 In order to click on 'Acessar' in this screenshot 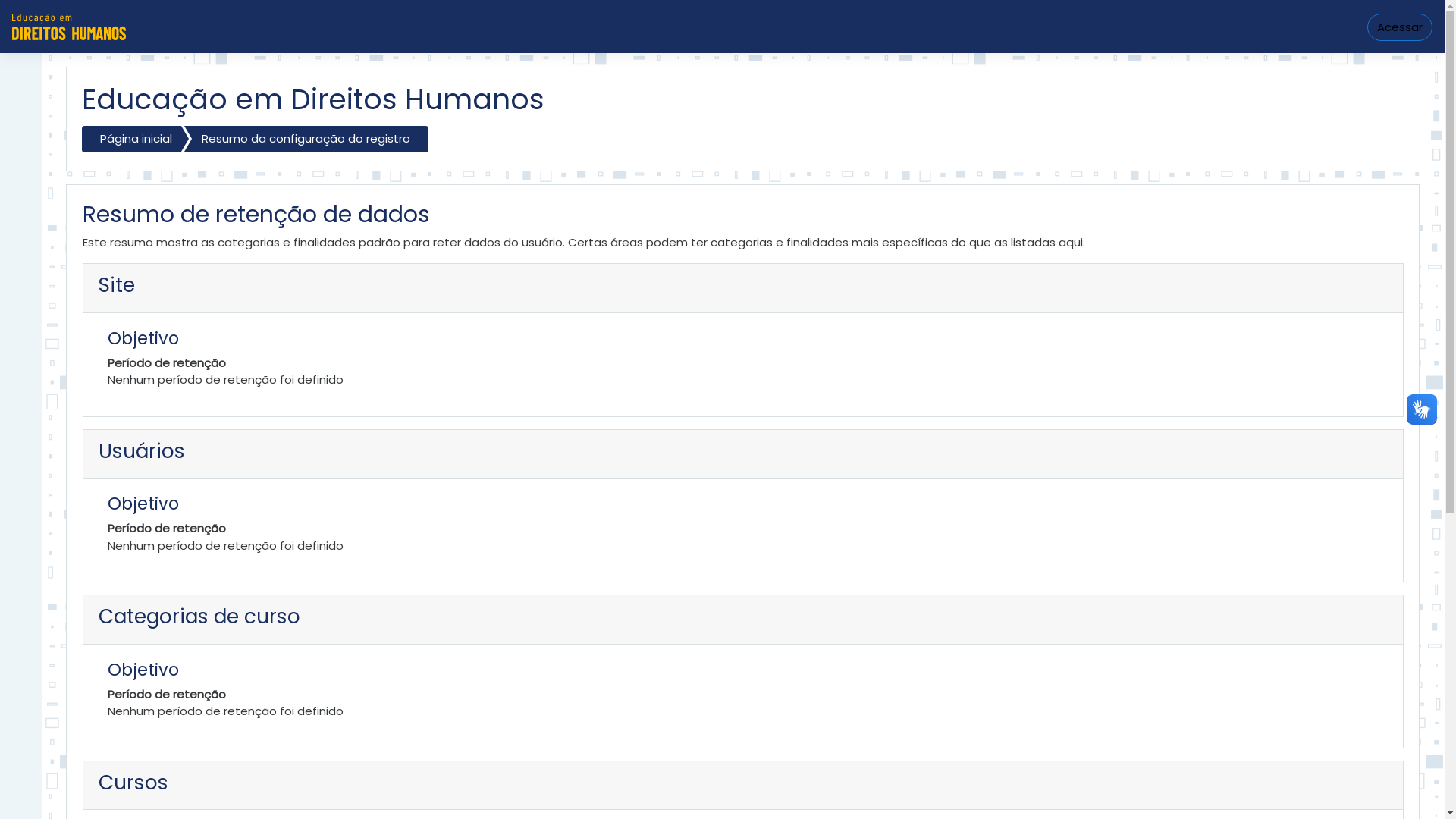, I will do `click(1399, 27)`.